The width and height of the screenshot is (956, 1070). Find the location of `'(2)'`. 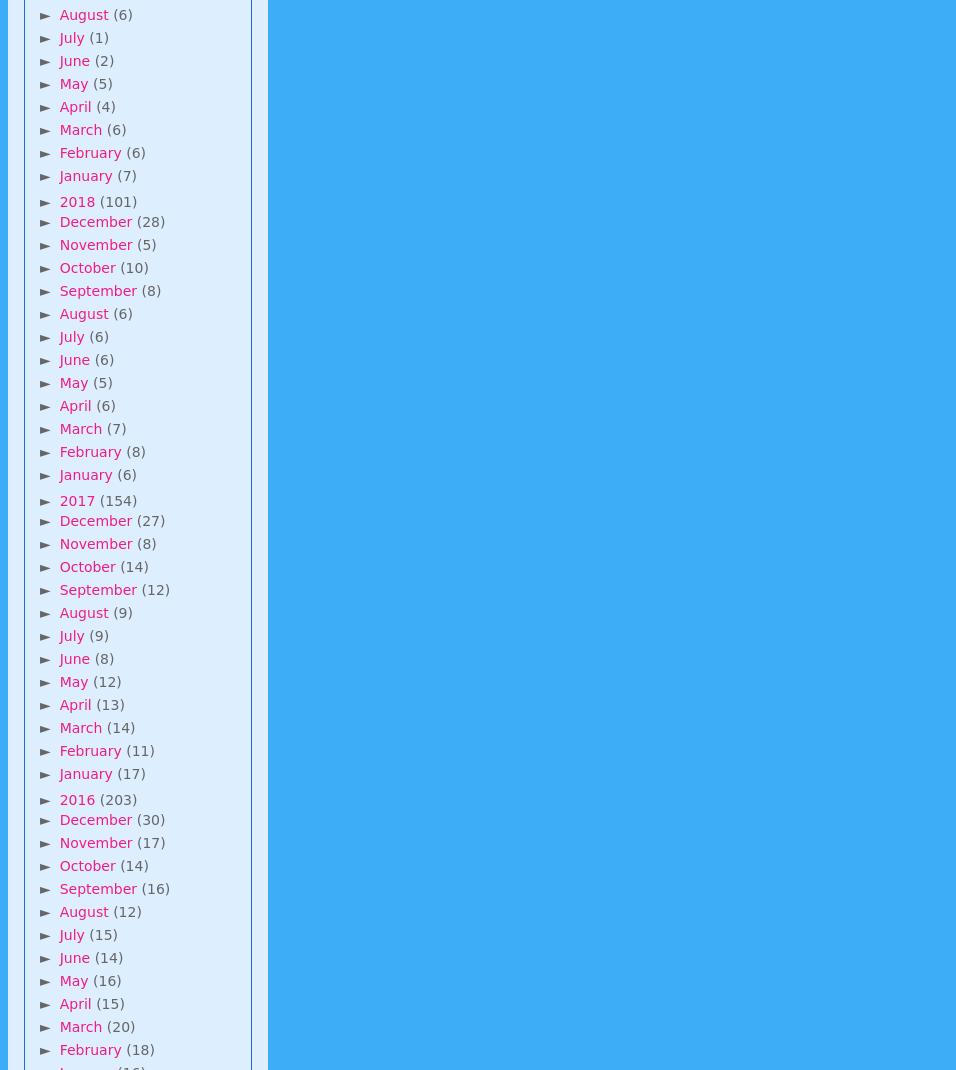

'(2)' is located at coordinates (103, 59).